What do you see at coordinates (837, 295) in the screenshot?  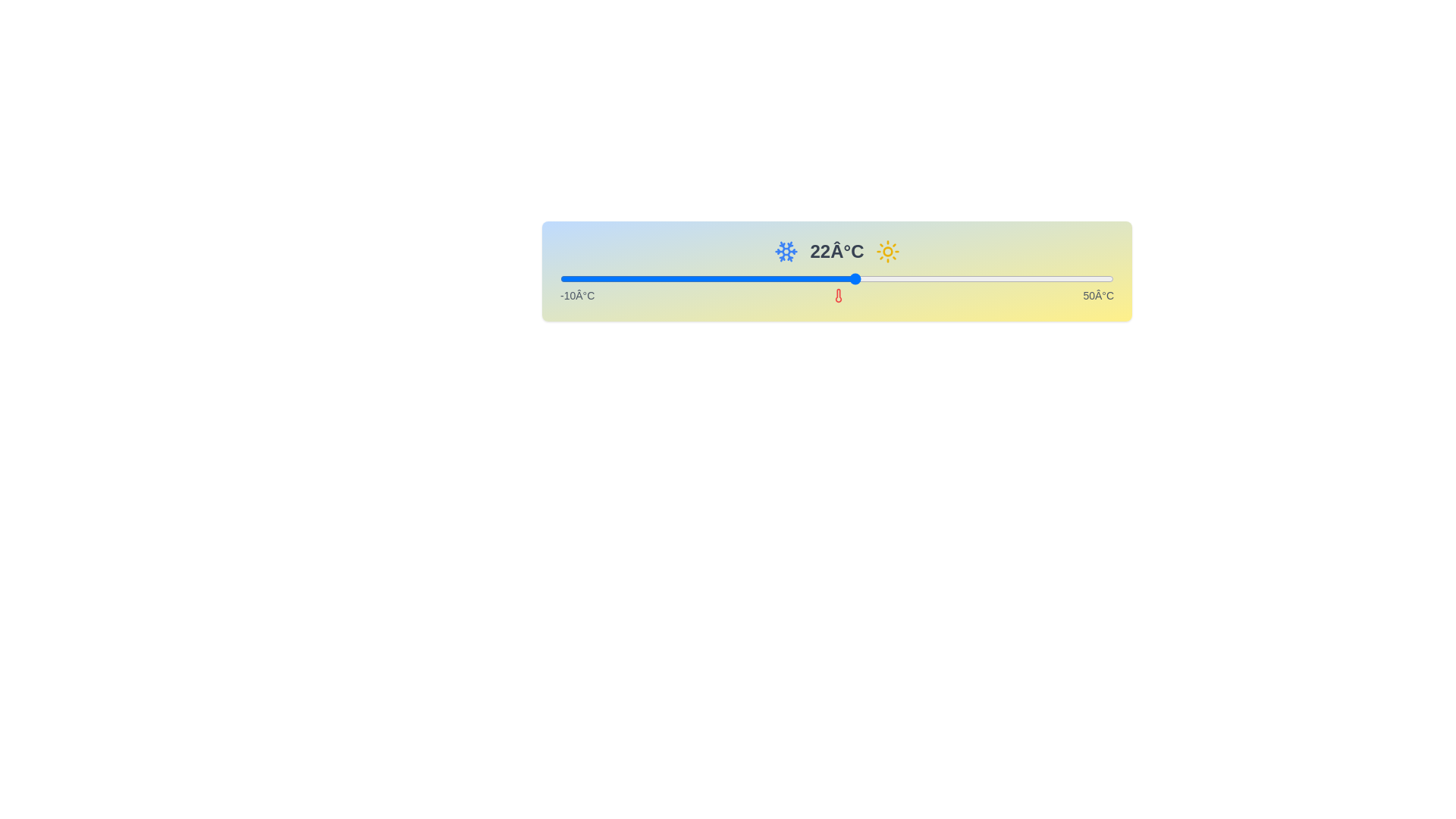 I see `the thermometer icon` at bounding box center [837, 295].